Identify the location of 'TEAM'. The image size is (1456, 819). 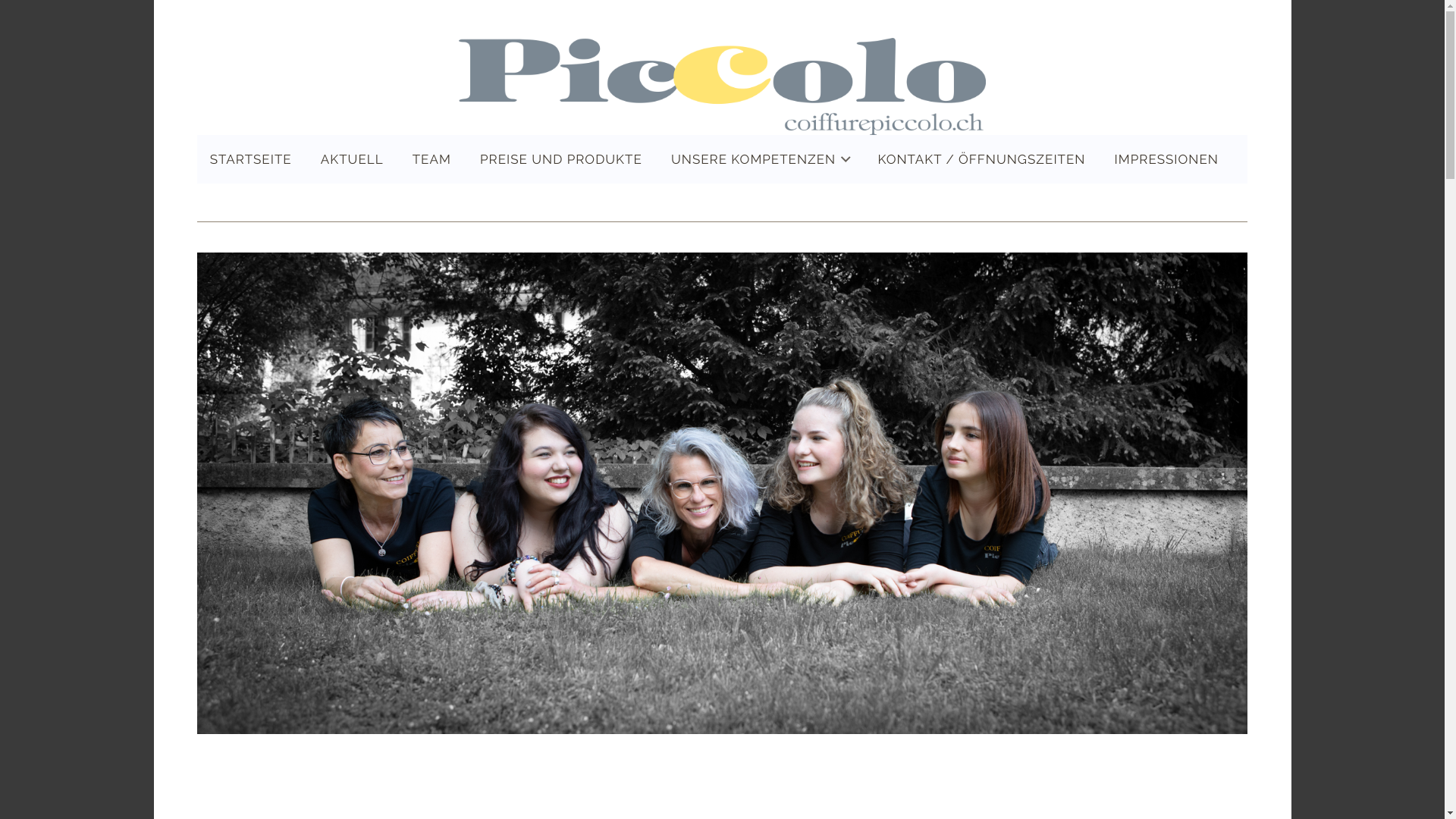
(400, 158).